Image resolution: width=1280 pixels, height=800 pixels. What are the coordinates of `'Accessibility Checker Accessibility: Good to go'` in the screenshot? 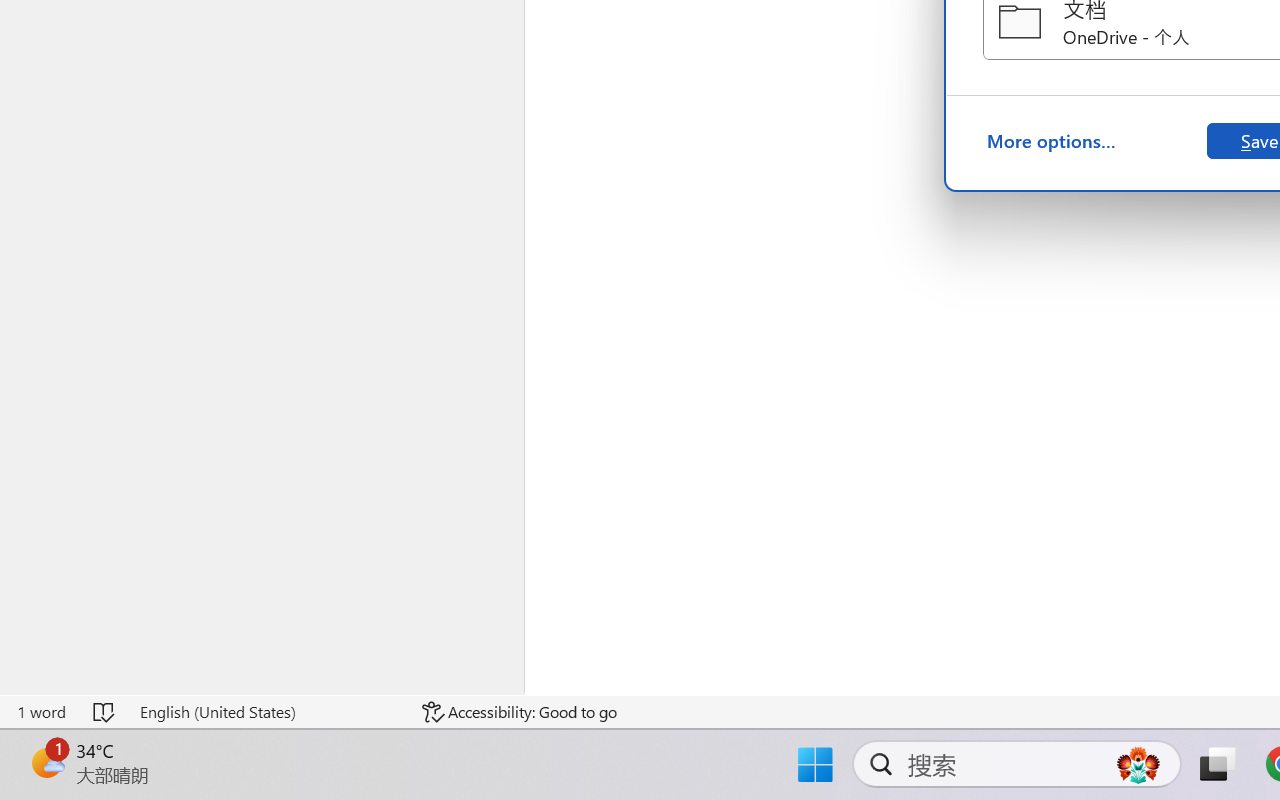 It's located at (519, 711).